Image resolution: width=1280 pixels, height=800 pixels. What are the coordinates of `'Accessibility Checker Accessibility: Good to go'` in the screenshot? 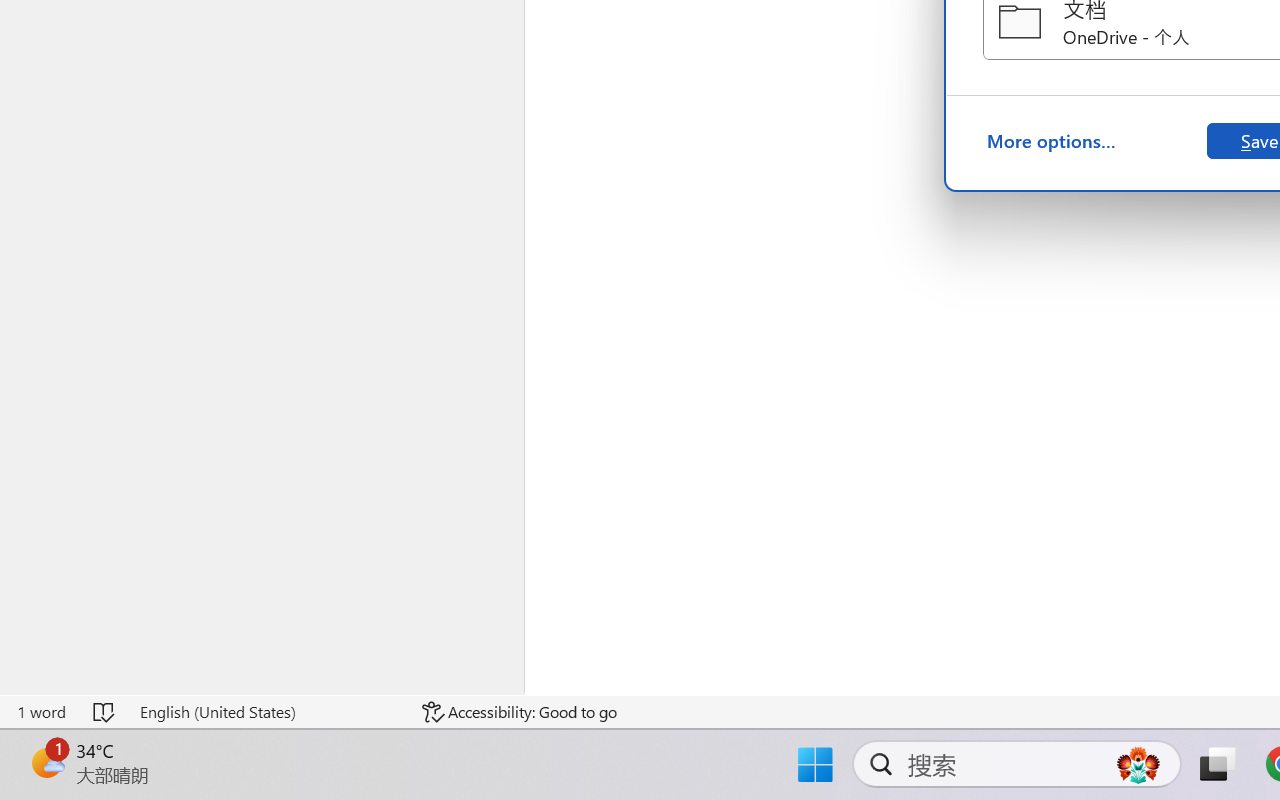 It's located at (519, 711).